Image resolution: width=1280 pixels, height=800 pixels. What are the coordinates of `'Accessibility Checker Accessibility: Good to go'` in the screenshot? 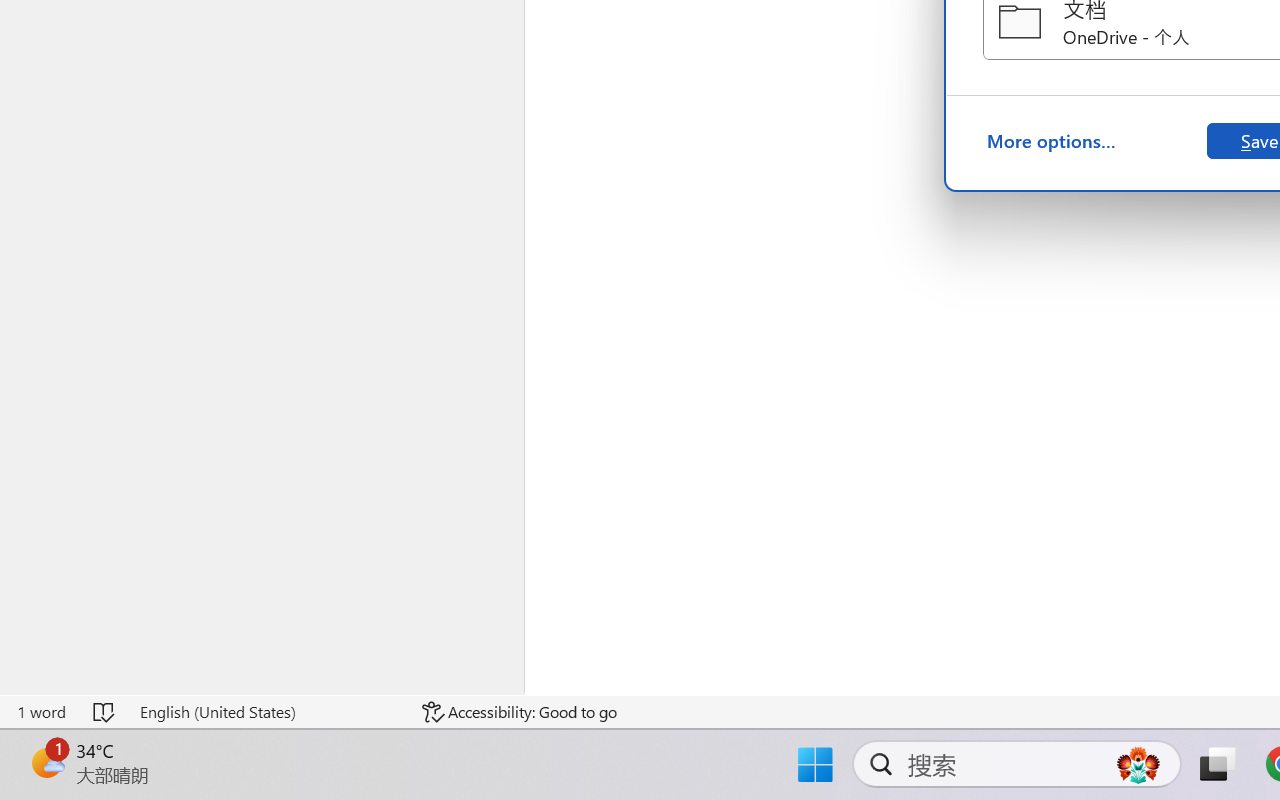 It's located at (519, 711).